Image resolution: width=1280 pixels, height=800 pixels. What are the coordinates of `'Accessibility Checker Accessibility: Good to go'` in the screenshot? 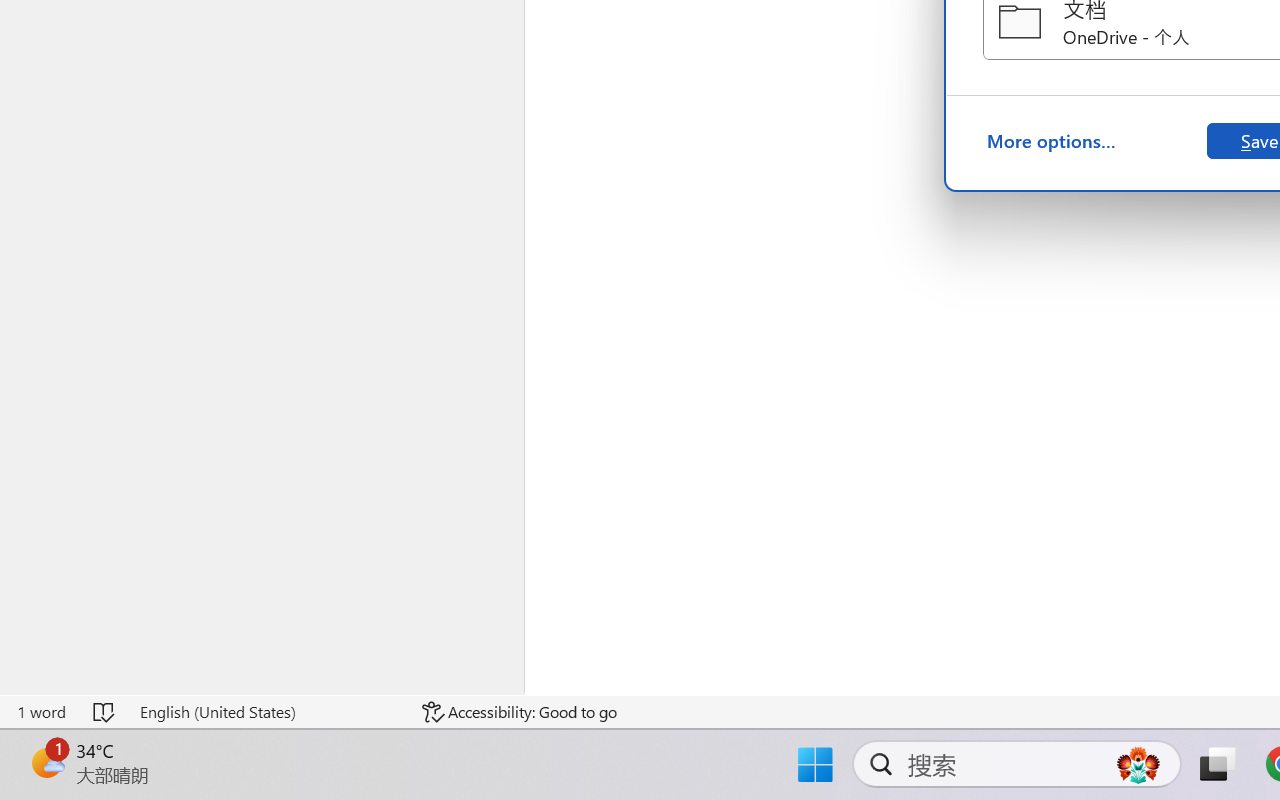 It's located at (519, 711).